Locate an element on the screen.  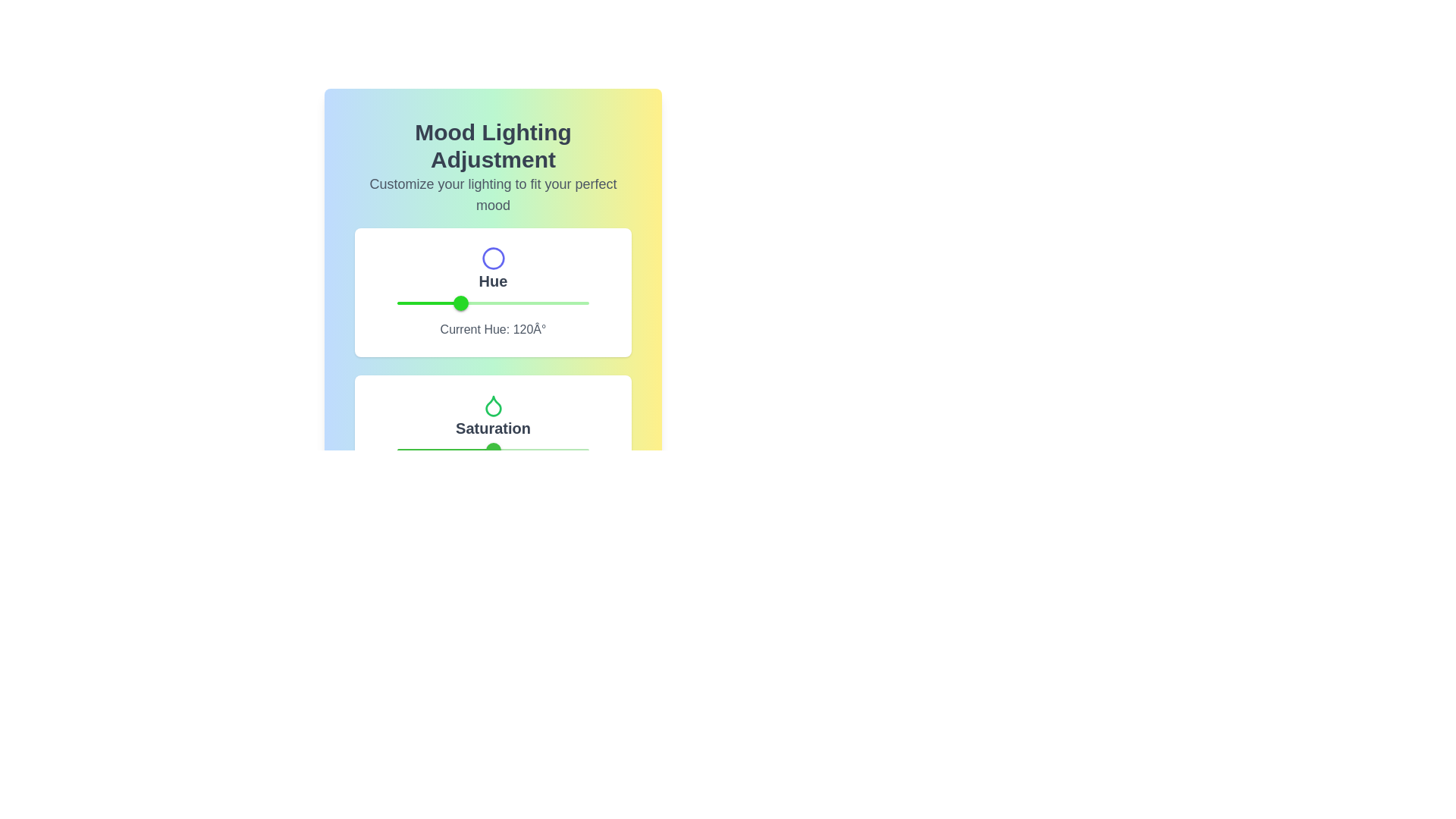
the hue is located at coordinates (492, 303).